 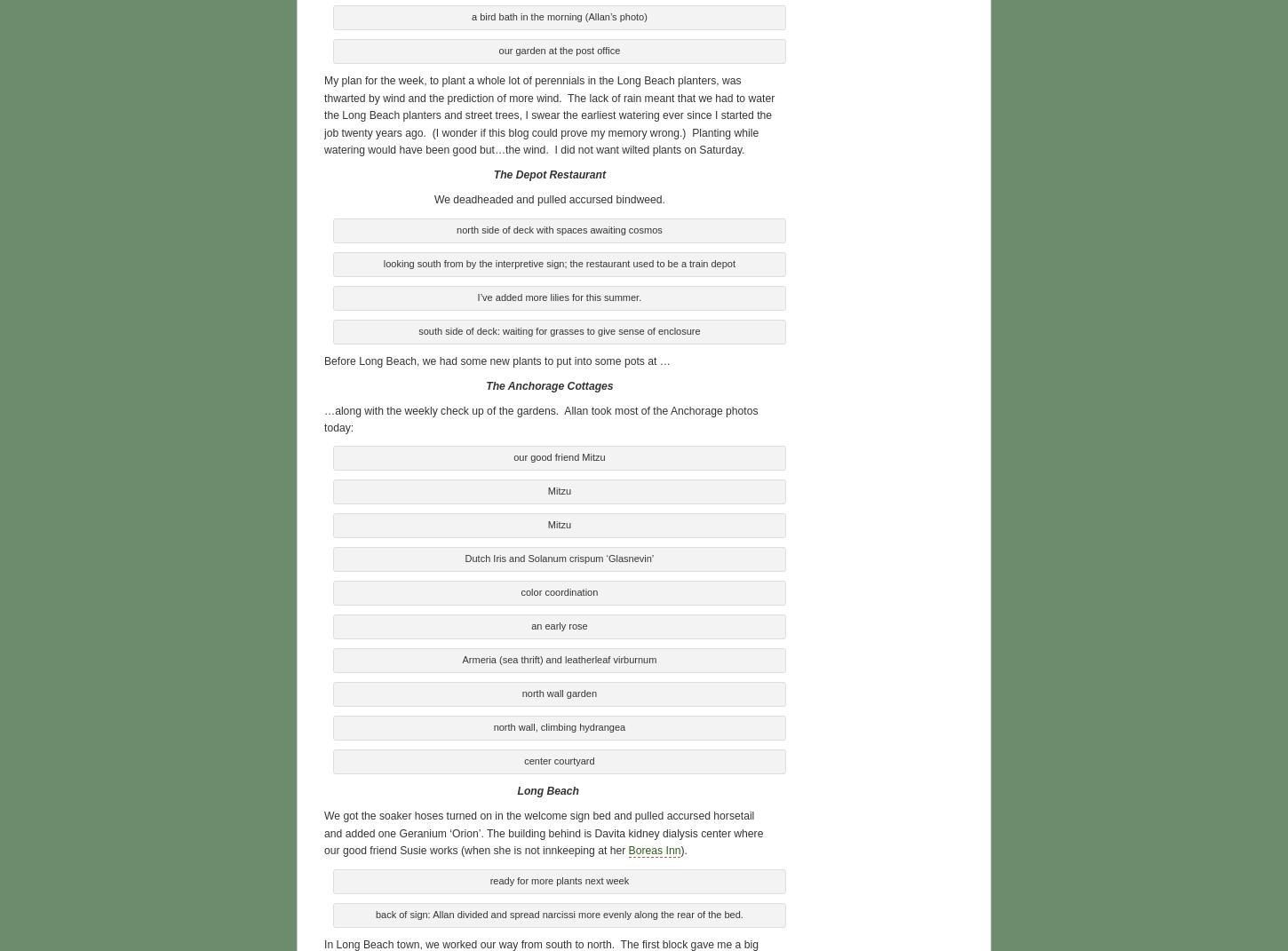 What do you see at coordinates (548, 384) in the screenshot?
I see `'The Anchorage Cottages'` at bounding box center [548, 384].